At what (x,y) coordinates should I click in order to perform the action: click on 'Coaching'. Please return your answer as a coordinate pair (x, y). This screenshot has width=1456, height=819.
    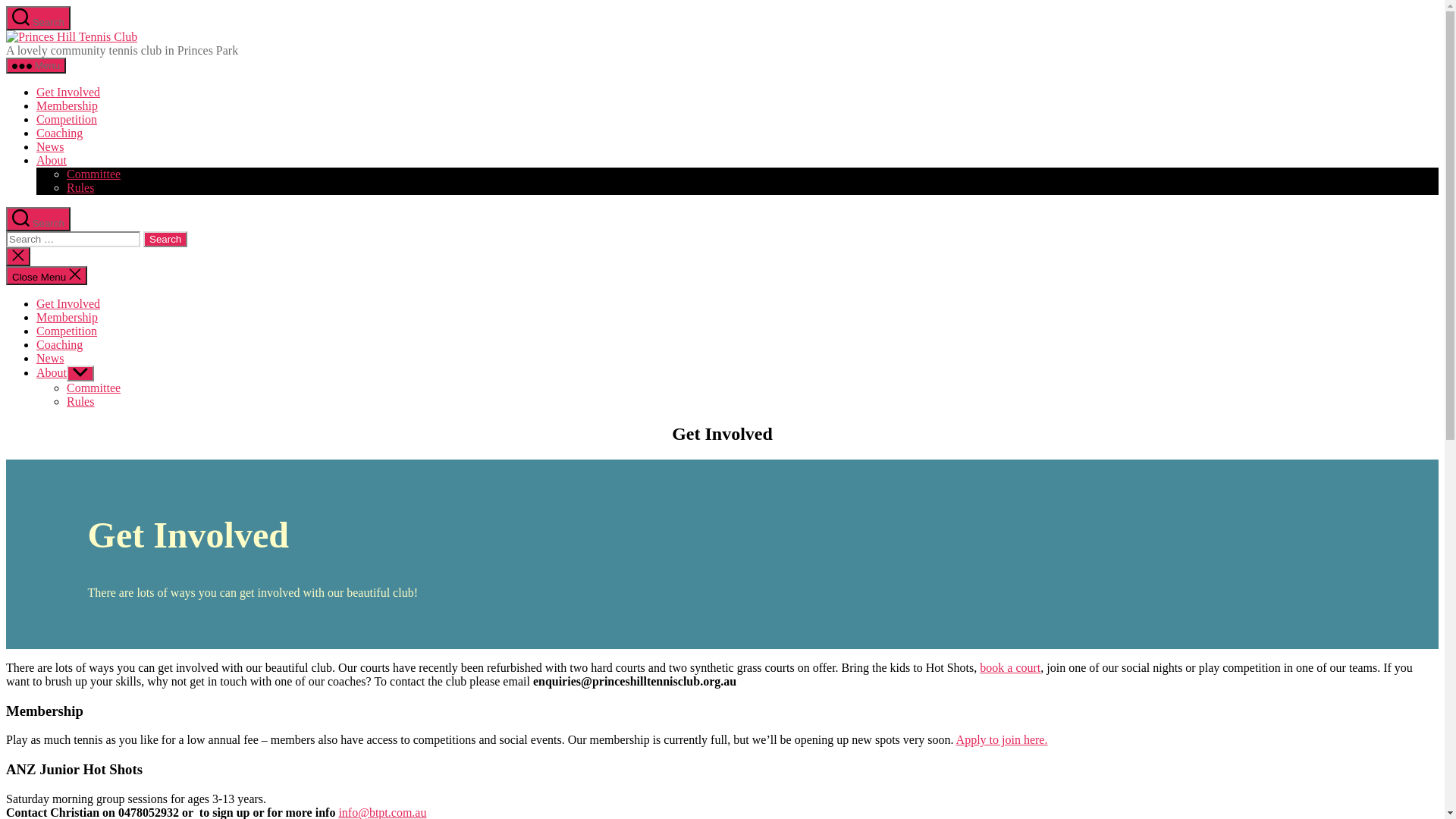
    Looking at the image, I should click on (59, 344).